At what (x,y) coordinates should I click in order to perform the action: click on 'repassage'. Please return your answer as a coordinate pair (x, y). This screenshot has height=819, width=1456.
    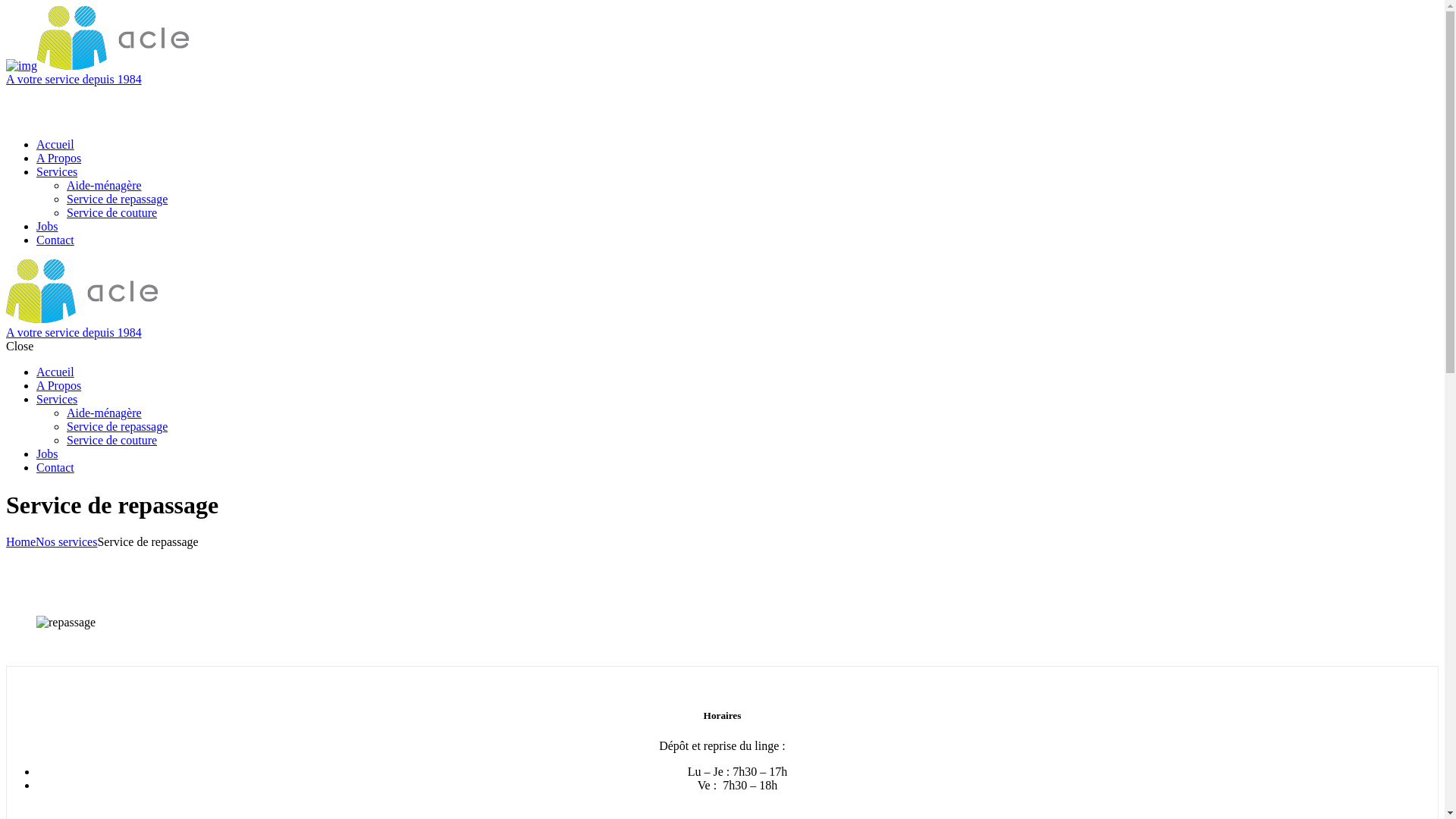
    Looking at the image, I should click on (64, 623).